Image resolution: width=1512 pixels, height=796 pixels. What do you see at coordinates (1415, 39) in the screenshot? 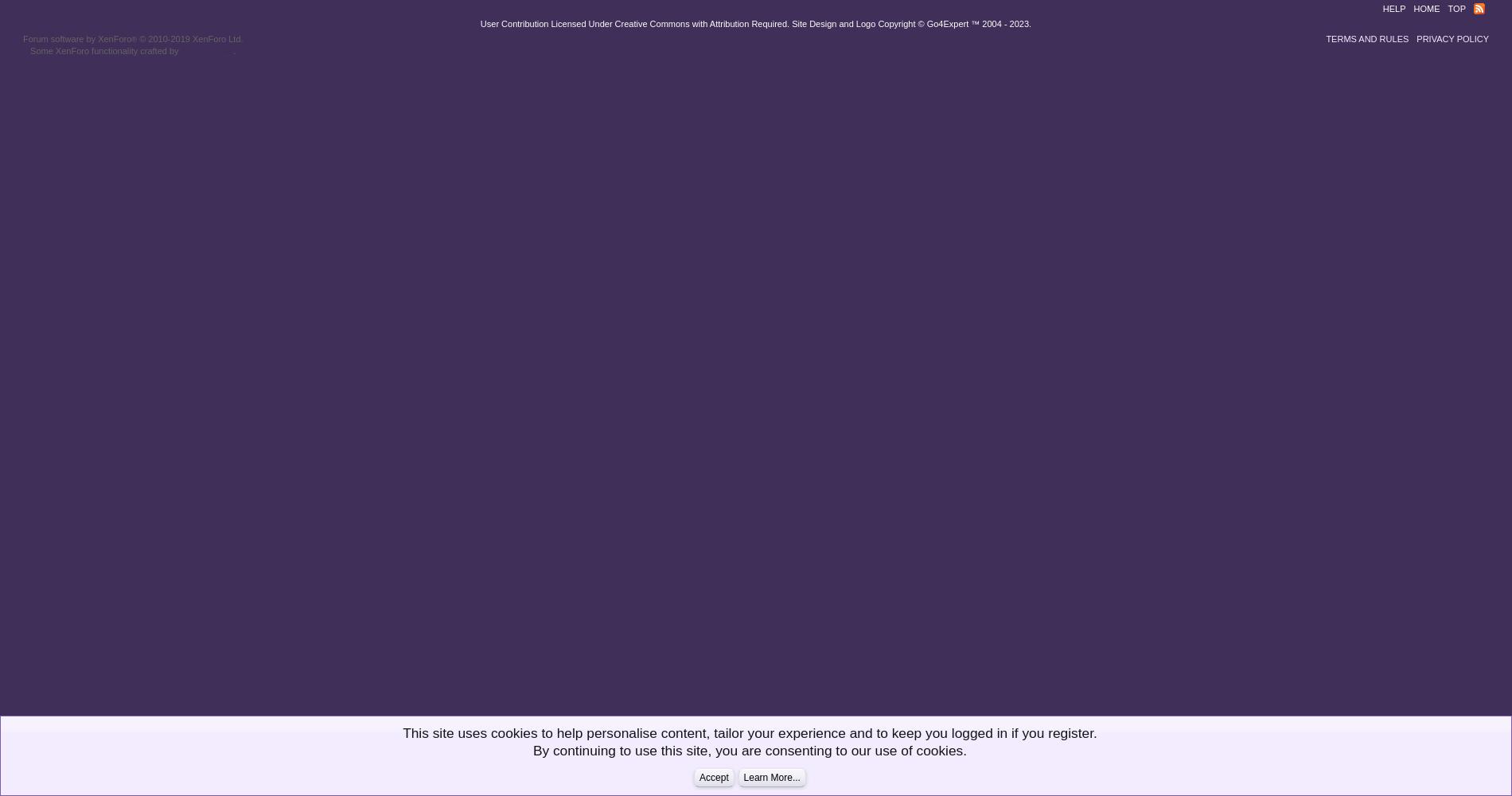
I see `'Privacy Policy'` at bounding box center [1415, 39].